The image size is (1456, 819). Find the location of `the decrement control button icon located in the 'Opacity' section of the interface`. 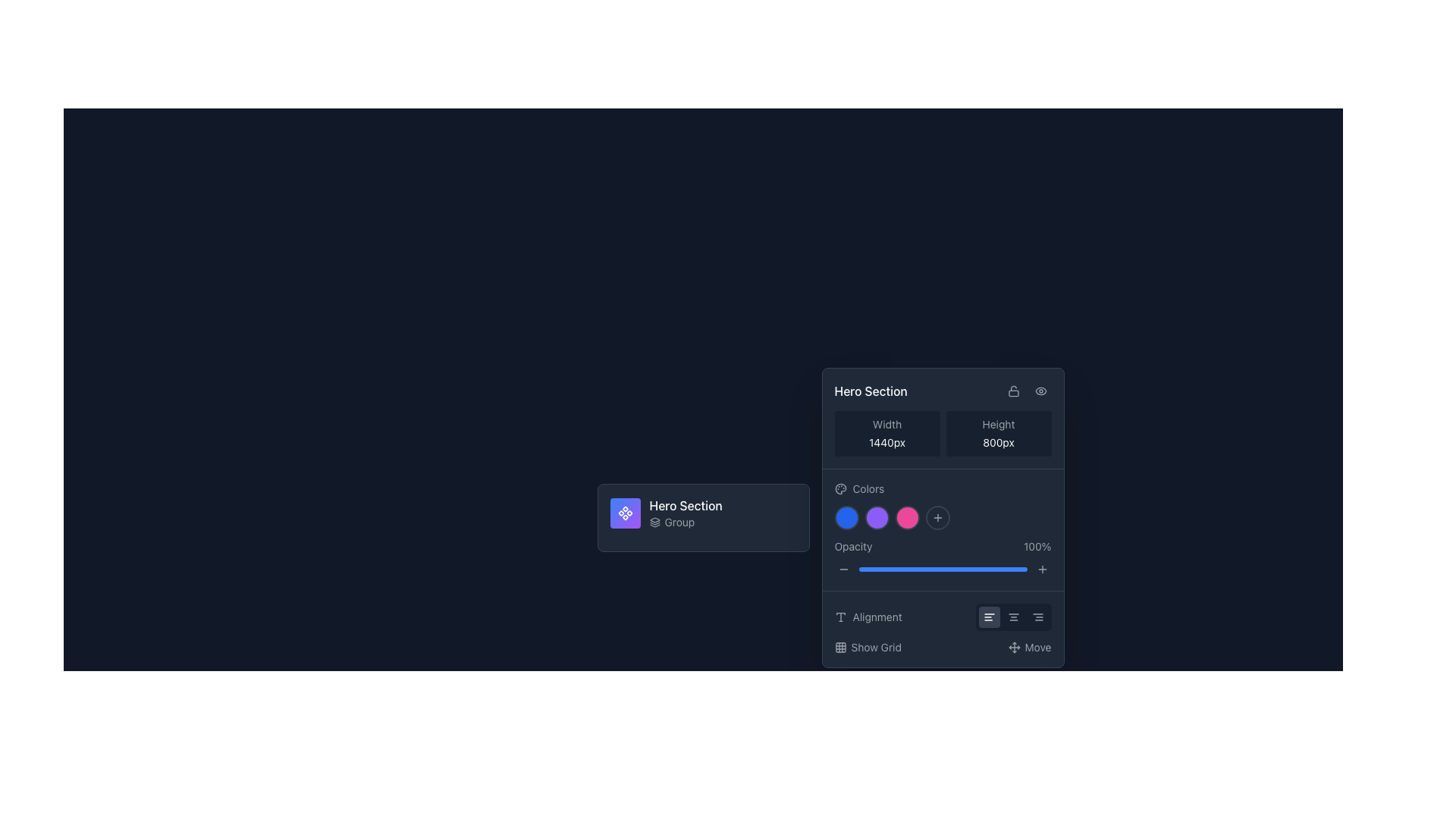

the decrement control button icon located in the 'Opacity' section of the interface is located at coordinates (843, 570).